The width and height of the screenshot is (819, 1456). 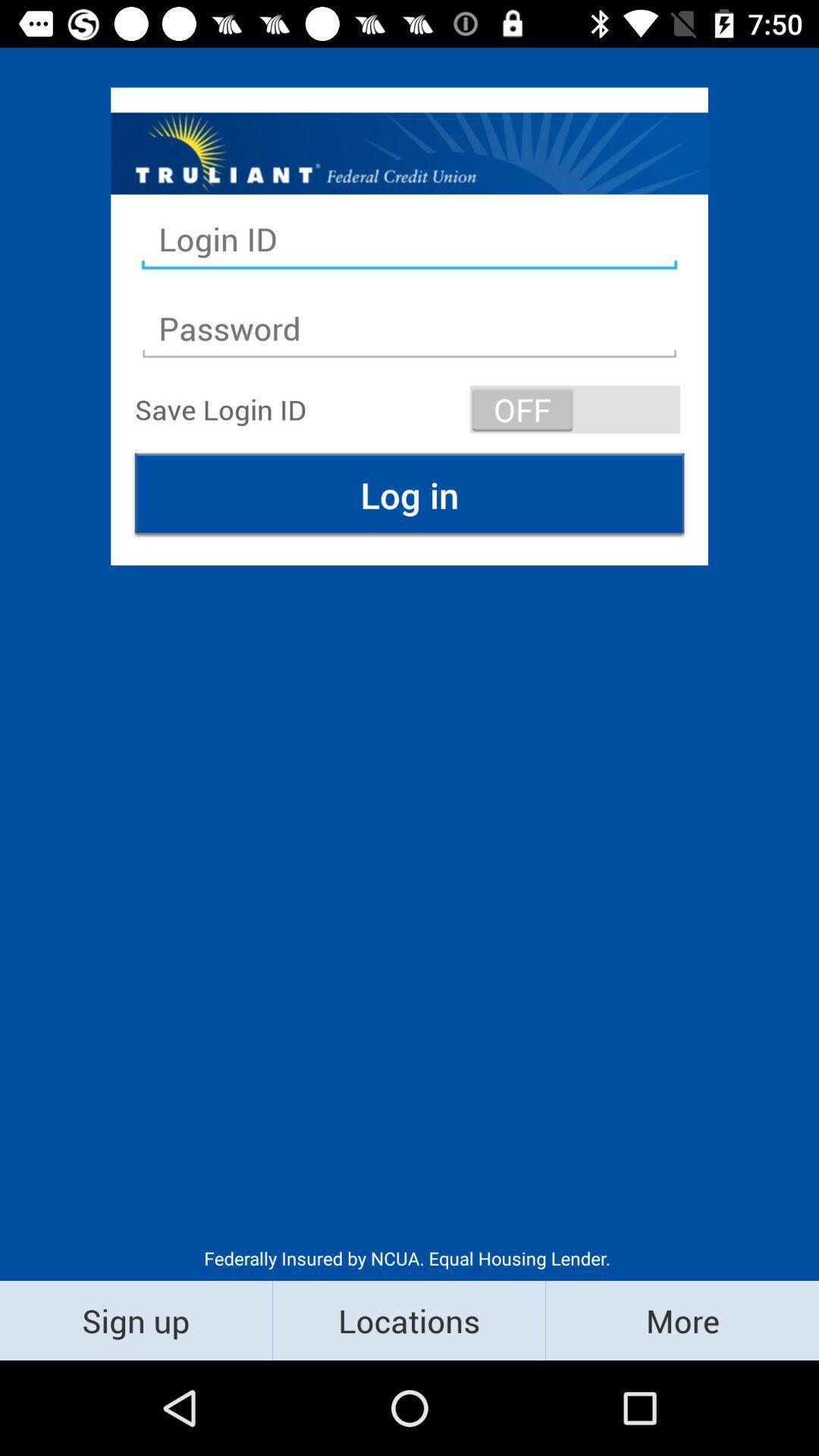 I want to click on sign up, so click(x=135, y=1319).